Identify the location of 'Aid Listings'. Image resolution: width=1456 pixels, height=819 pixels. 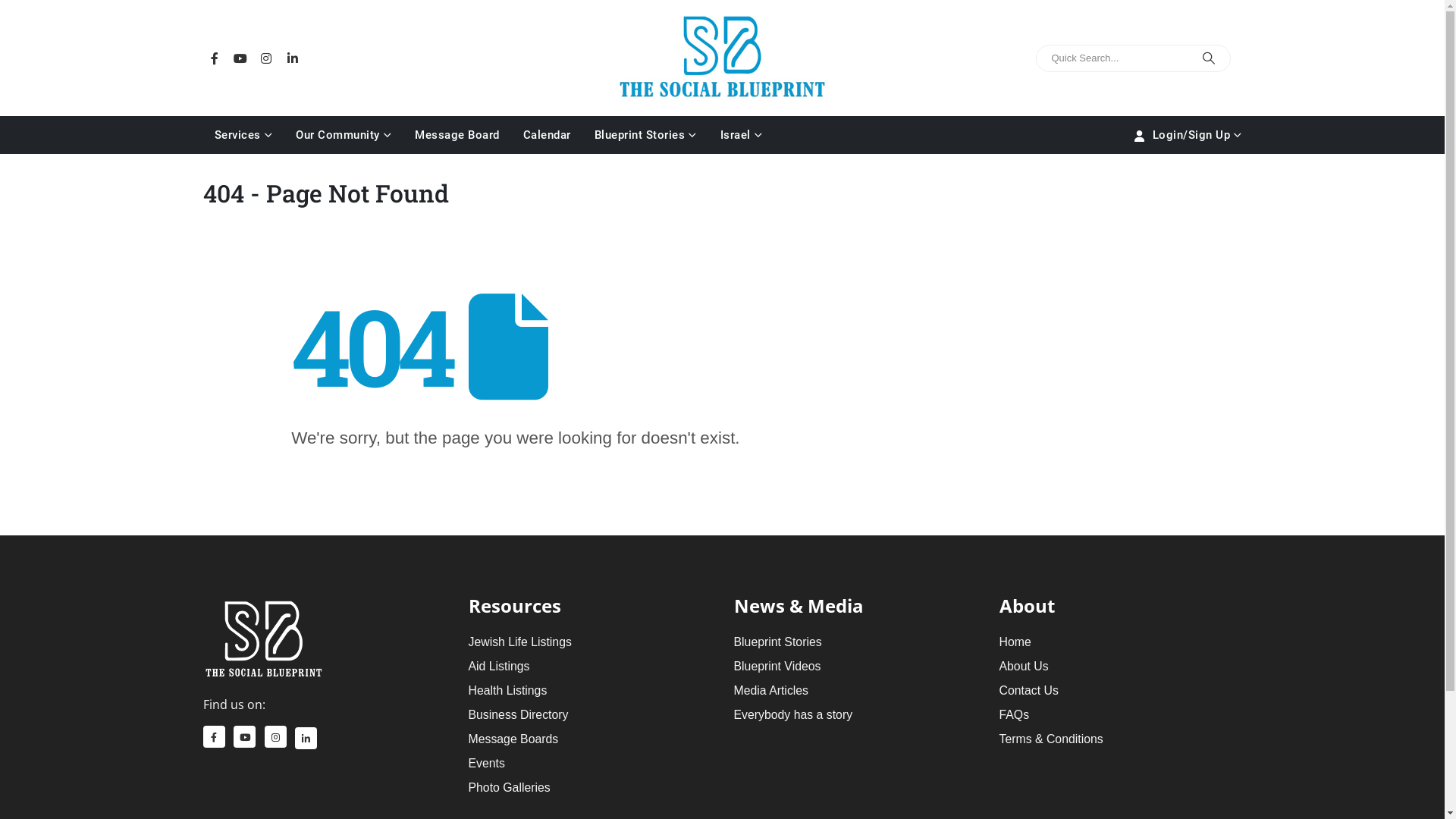
(499, 665).